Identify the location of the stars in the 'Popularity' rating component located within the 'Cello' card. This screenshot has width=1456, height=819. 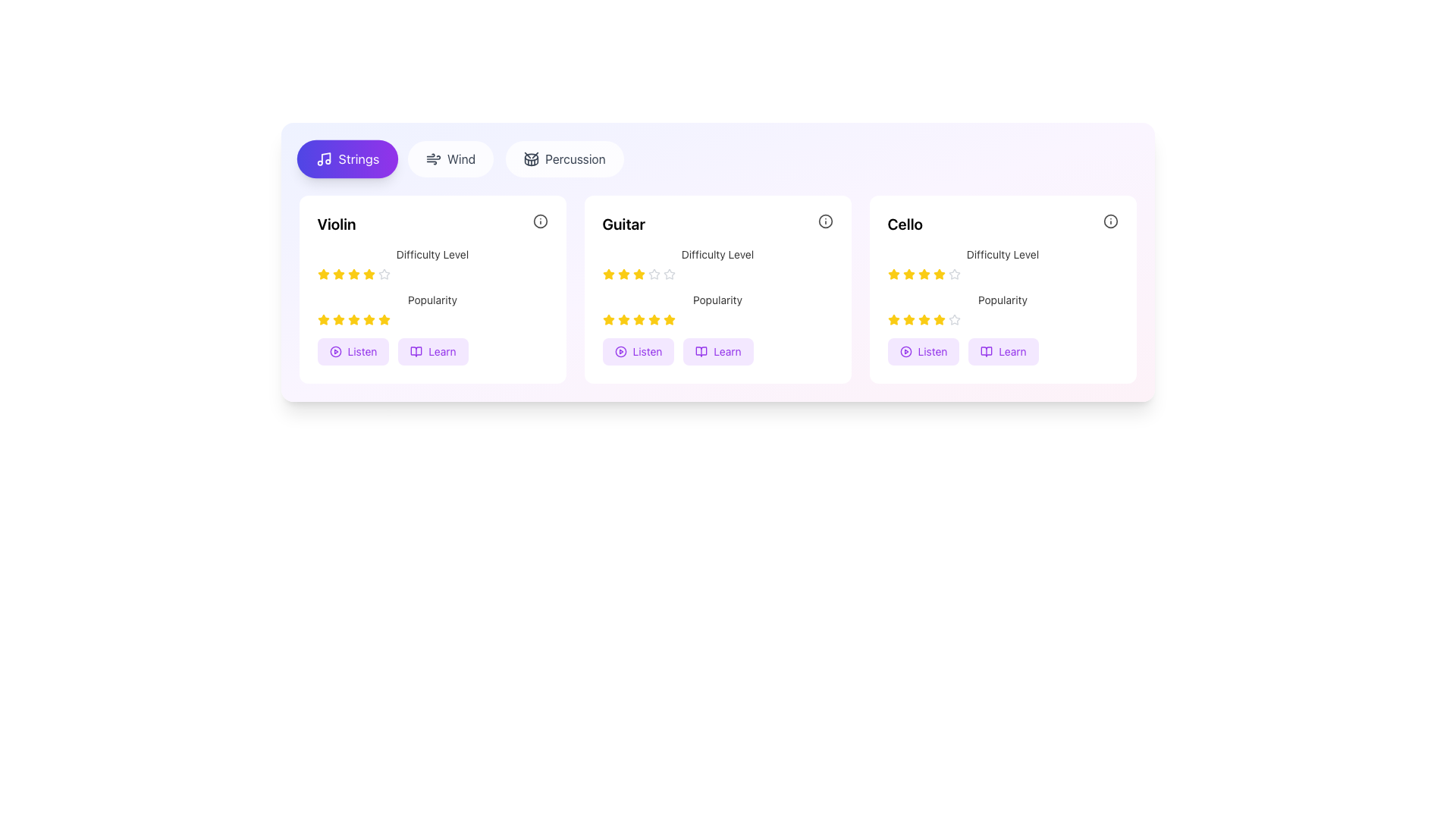
(1003, 309).